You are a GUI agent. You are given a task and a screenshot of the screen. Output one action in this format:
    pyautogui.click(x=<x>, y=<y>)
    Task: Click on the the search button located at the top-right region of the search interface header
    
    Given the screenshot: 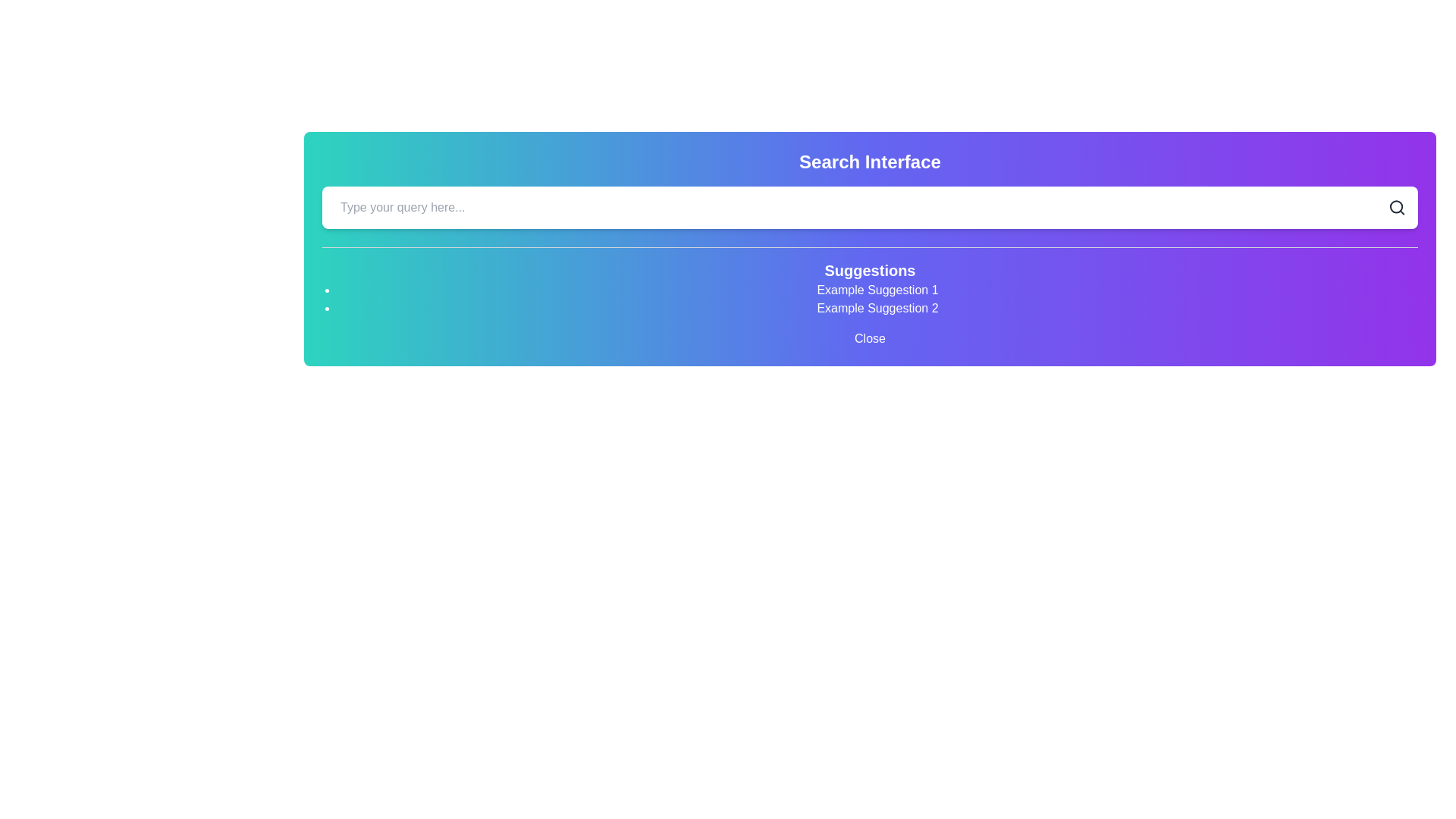 What is the action you would take?
    pyautogui.click(x=1396, y=207)
    